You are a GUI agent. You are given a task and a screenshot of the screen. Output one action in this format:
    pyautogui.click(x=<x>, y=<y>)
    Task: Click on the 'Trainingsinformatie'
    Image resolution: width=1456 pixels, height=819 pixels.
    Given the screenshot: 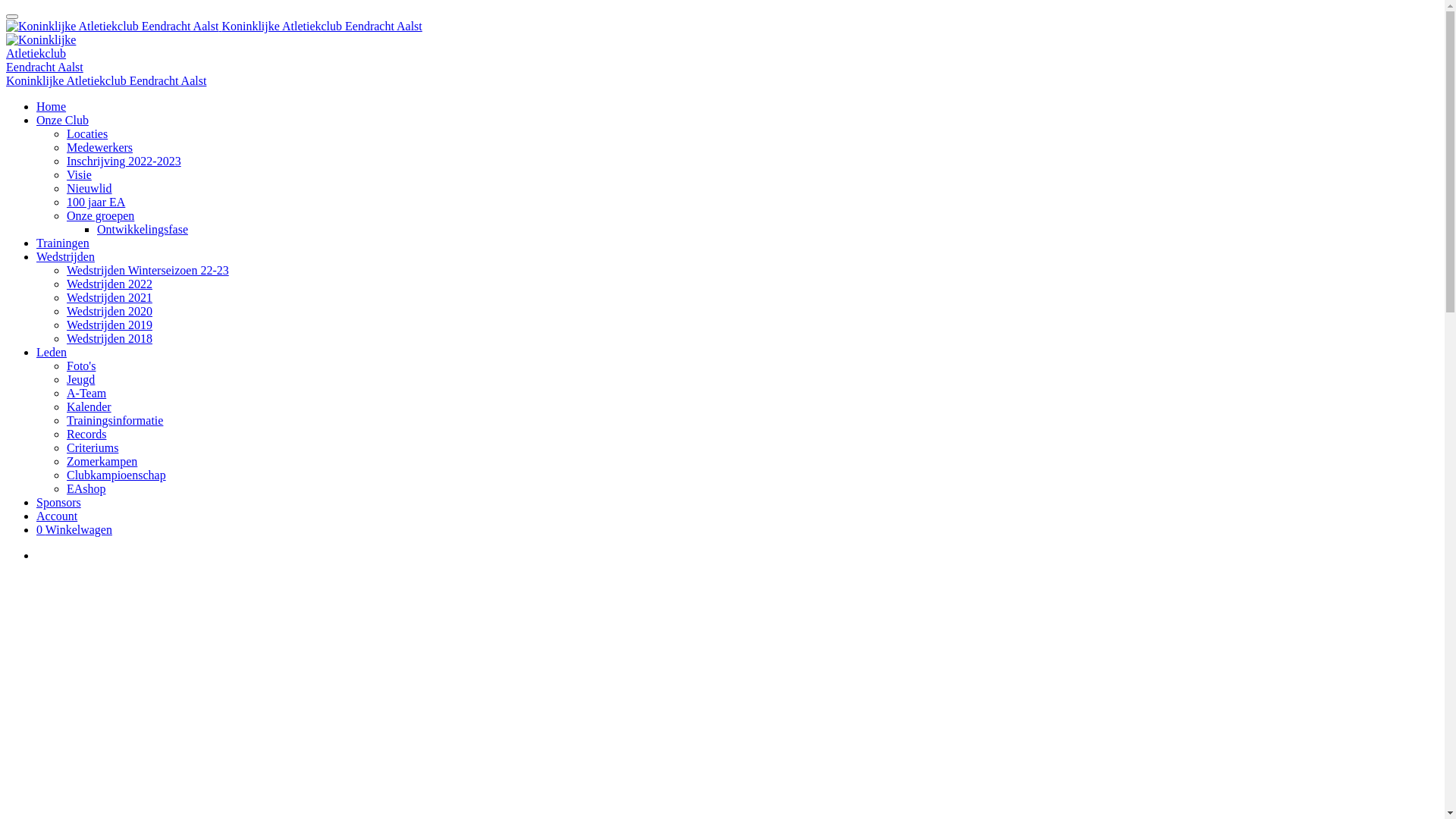 What is the action you would take?
    pyautogui.click(x=114, y=420)
    